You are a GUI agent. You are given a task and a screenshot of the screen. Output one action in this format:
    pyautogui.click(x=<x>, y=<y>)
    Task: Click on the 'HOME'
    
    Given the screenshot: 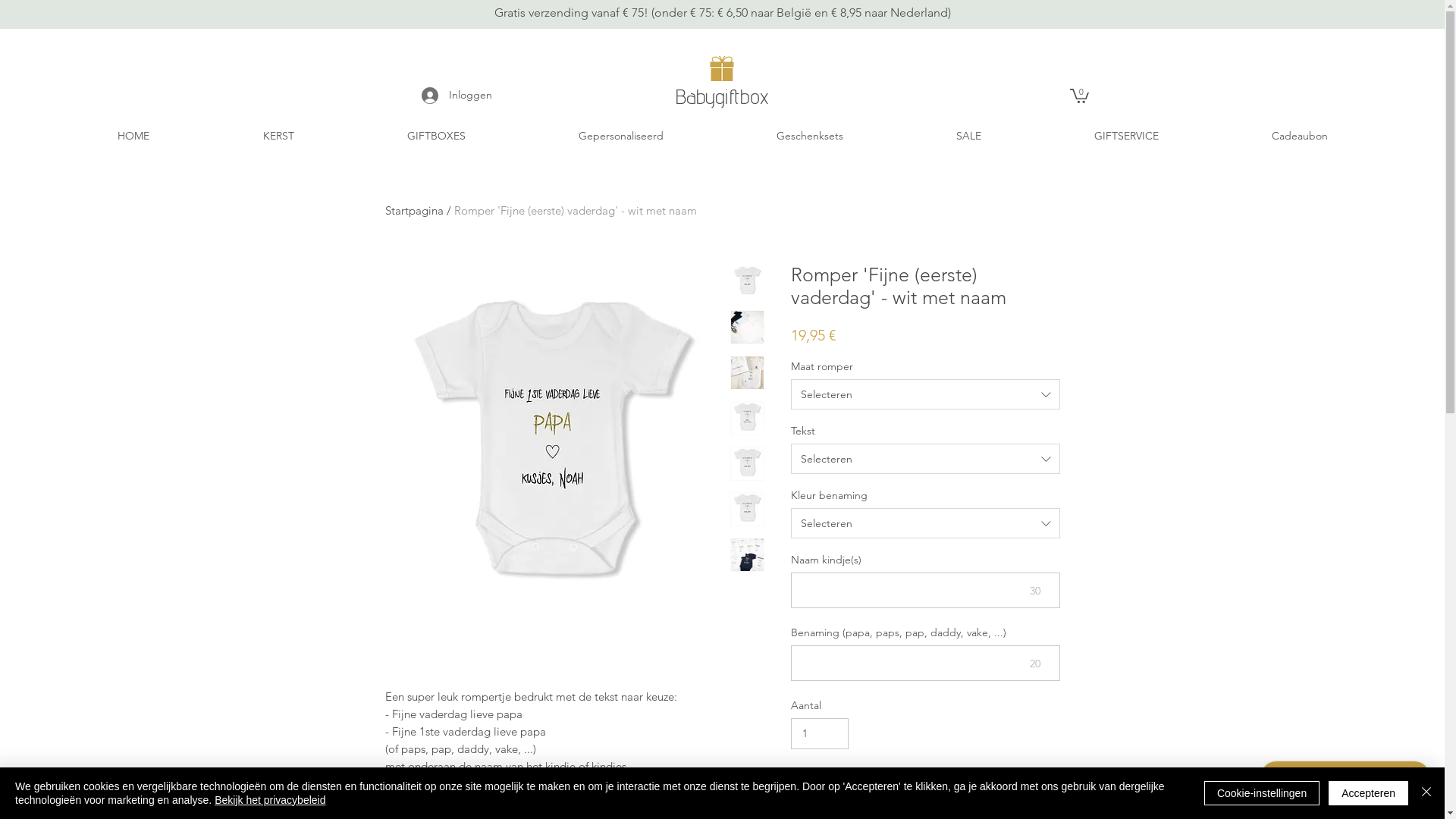 What is the action you would take?
    pyautogui.click(x=133, y=135)
    